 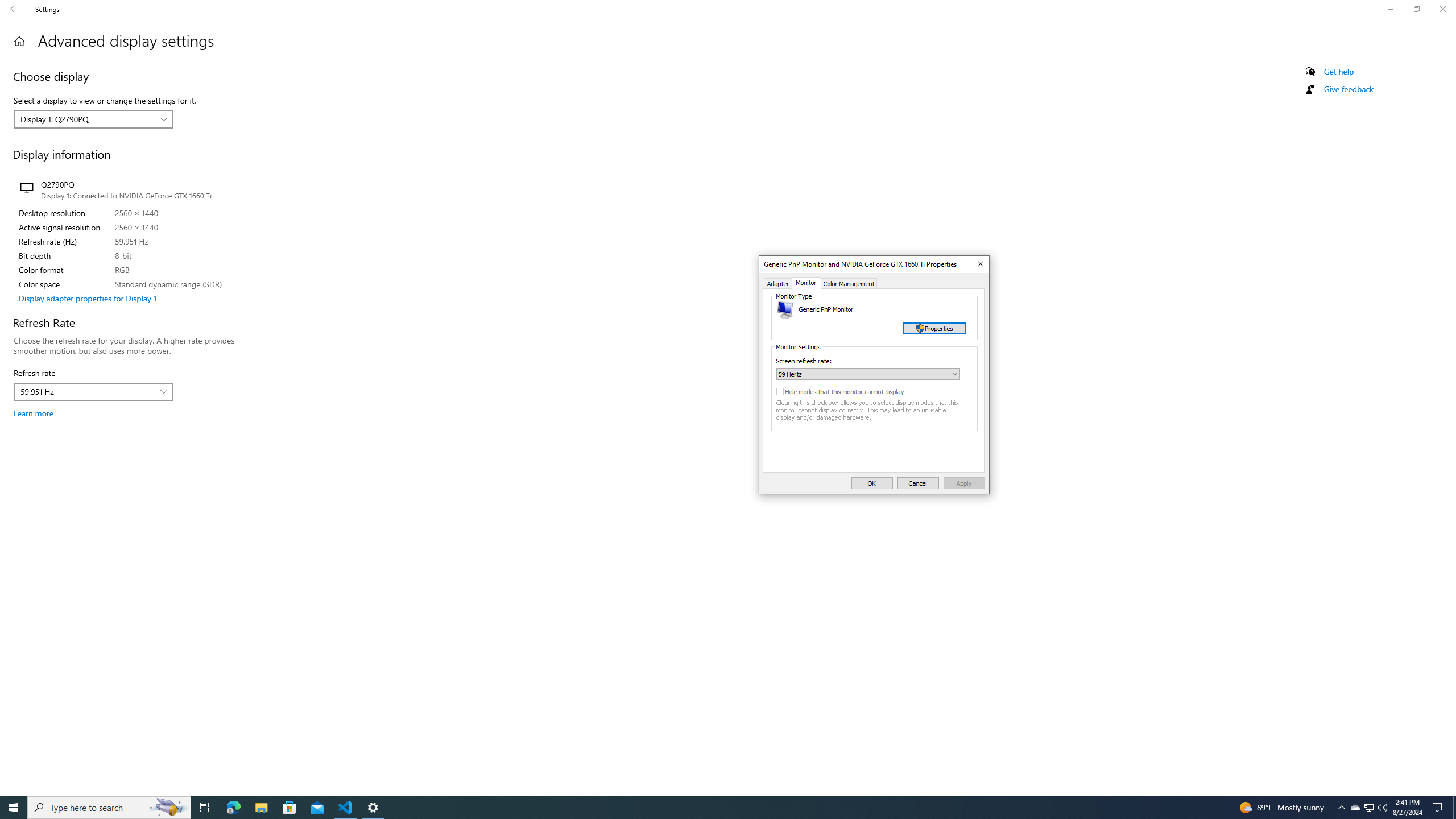 I want to click on 'Action Center, No new notifications', so click(x=1439, y=806).